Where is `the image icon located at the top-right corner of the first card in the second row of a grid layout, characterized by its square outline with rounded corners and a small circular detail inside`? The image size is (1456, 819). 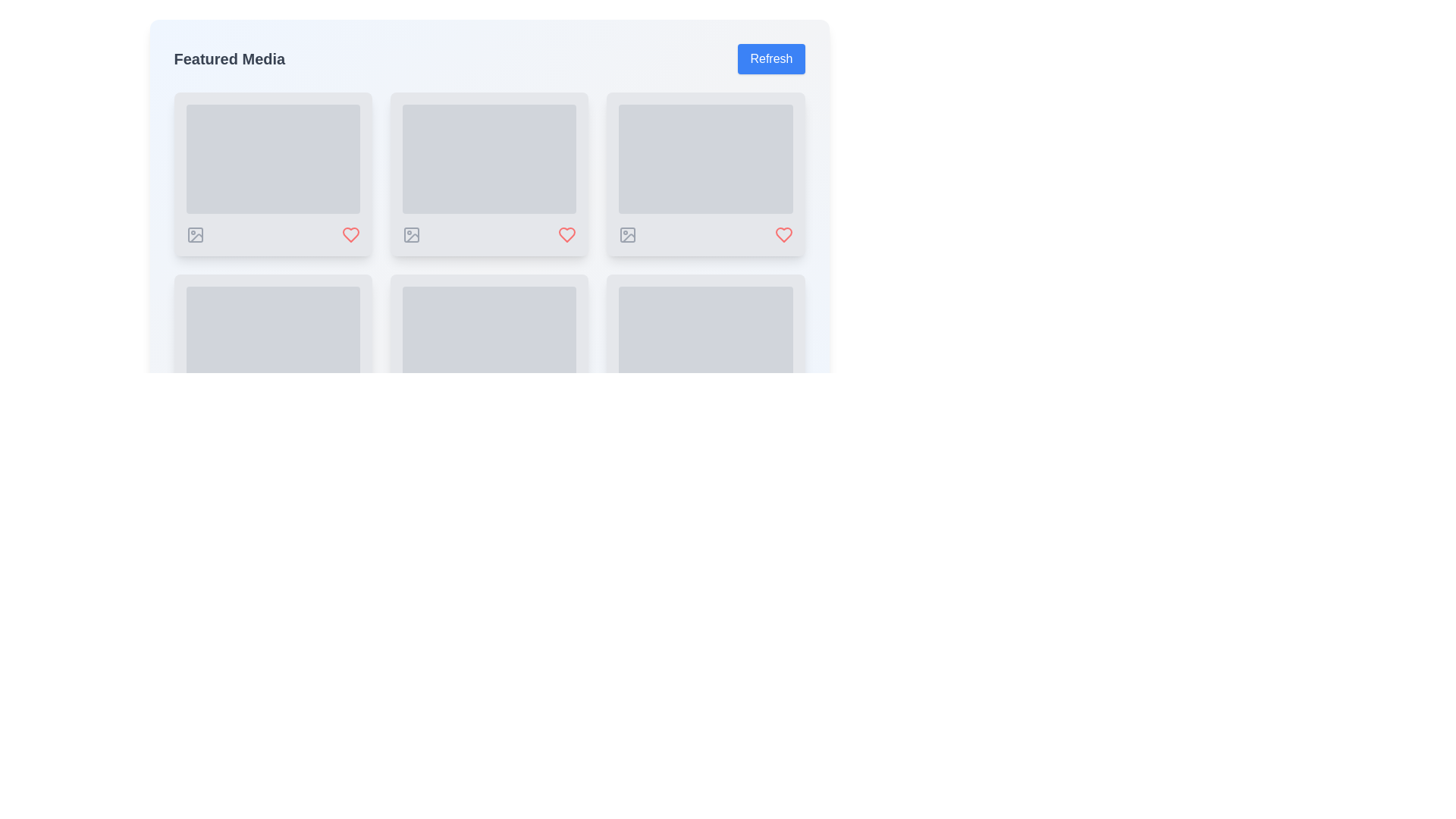
the image icon located at the top-right corner of the first card in the second row of a grid layout, characterized by its square outline with rounded corners and a small circular detail inside is located at coordinates (411, 234).